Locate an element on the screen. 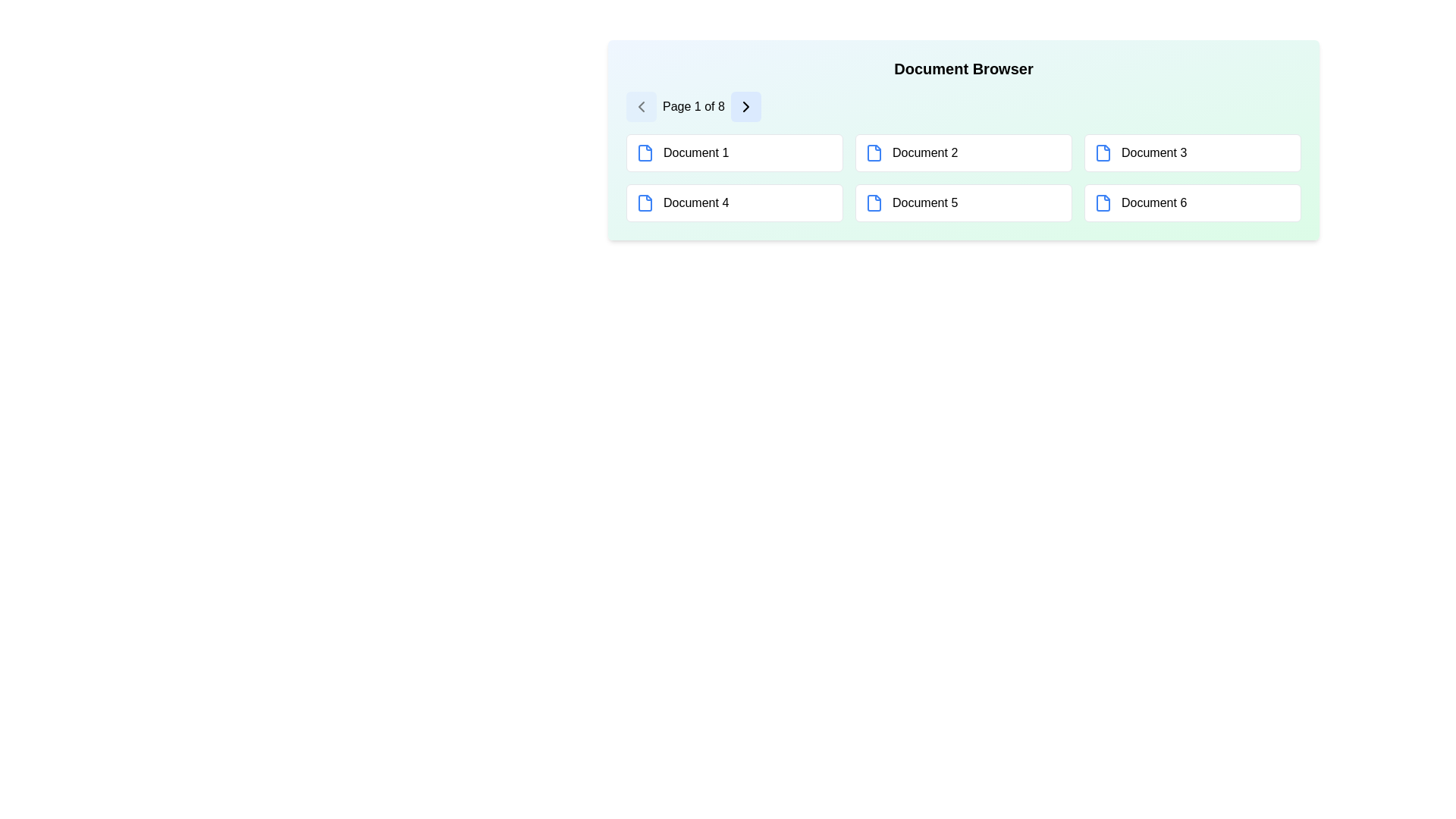 This screenshot has width=1456, height=819. the blue document icon representing Document 3 is located at coordinates (1103, 152).